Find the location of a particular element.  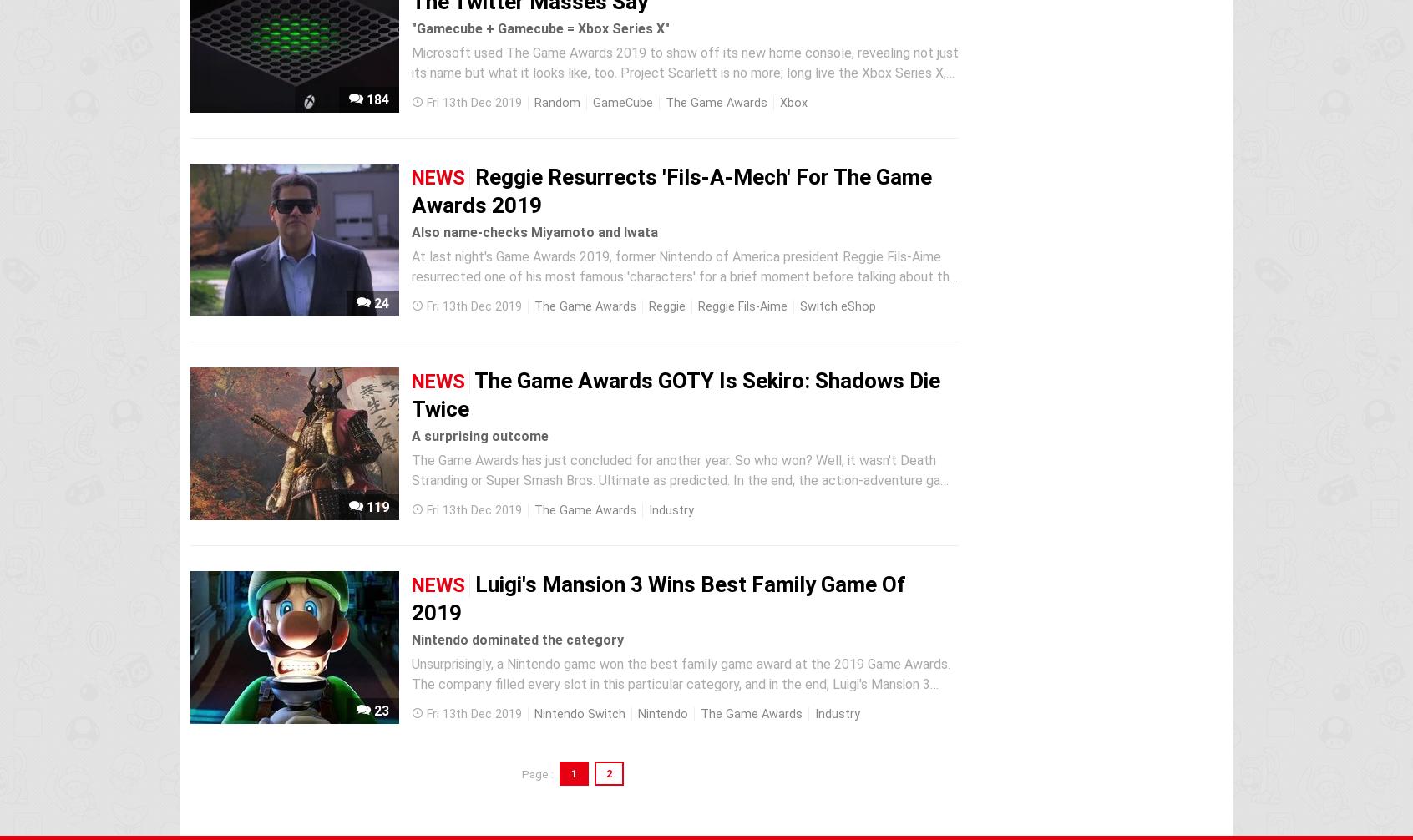

'Luigi's Mansion 3 Wins Best Family Game Of 2019' is located at coordinates (658, 598).